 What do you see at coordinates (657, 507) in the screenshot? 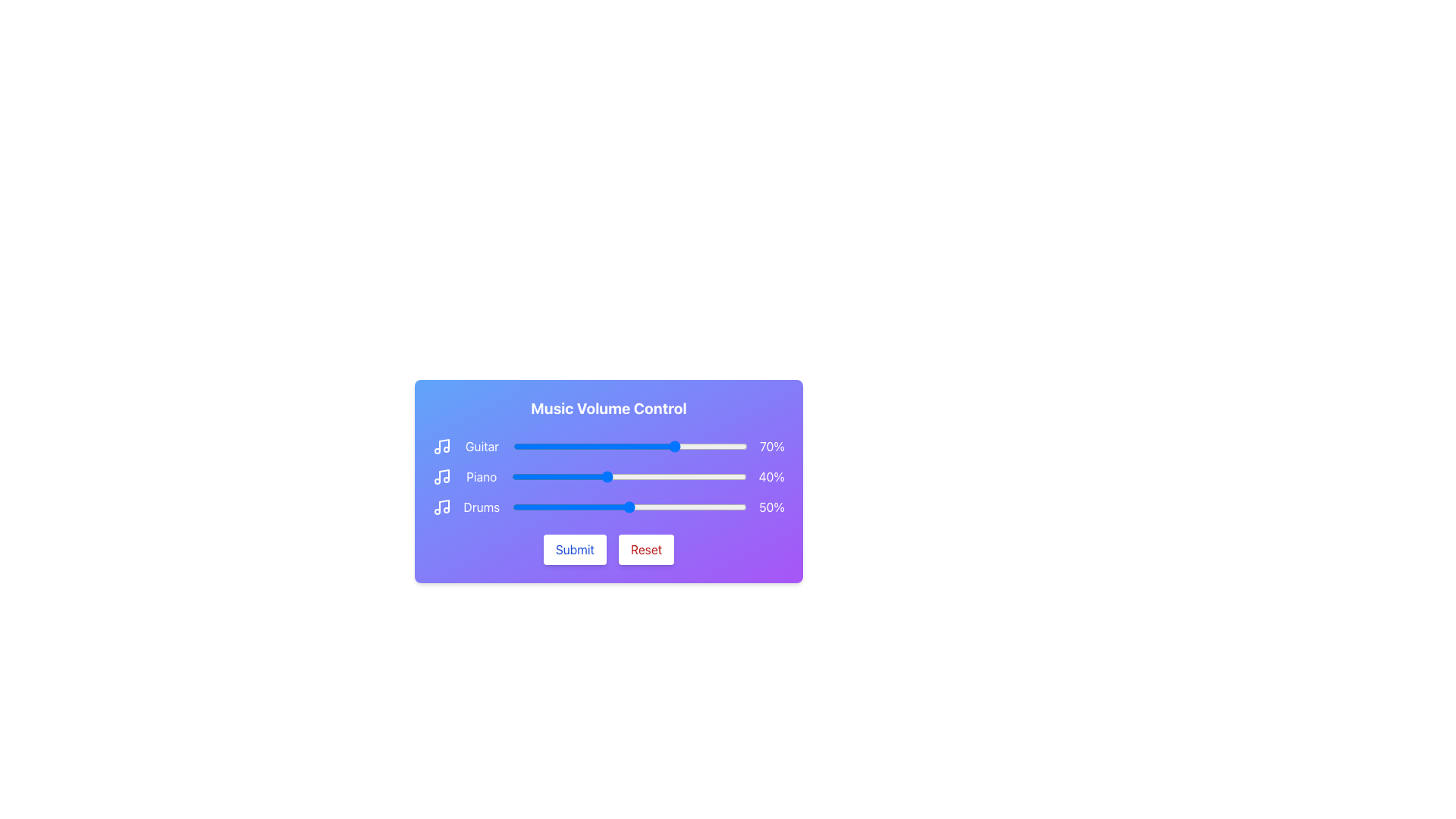
I see `the drum volume` at bounding box center [657, 507].